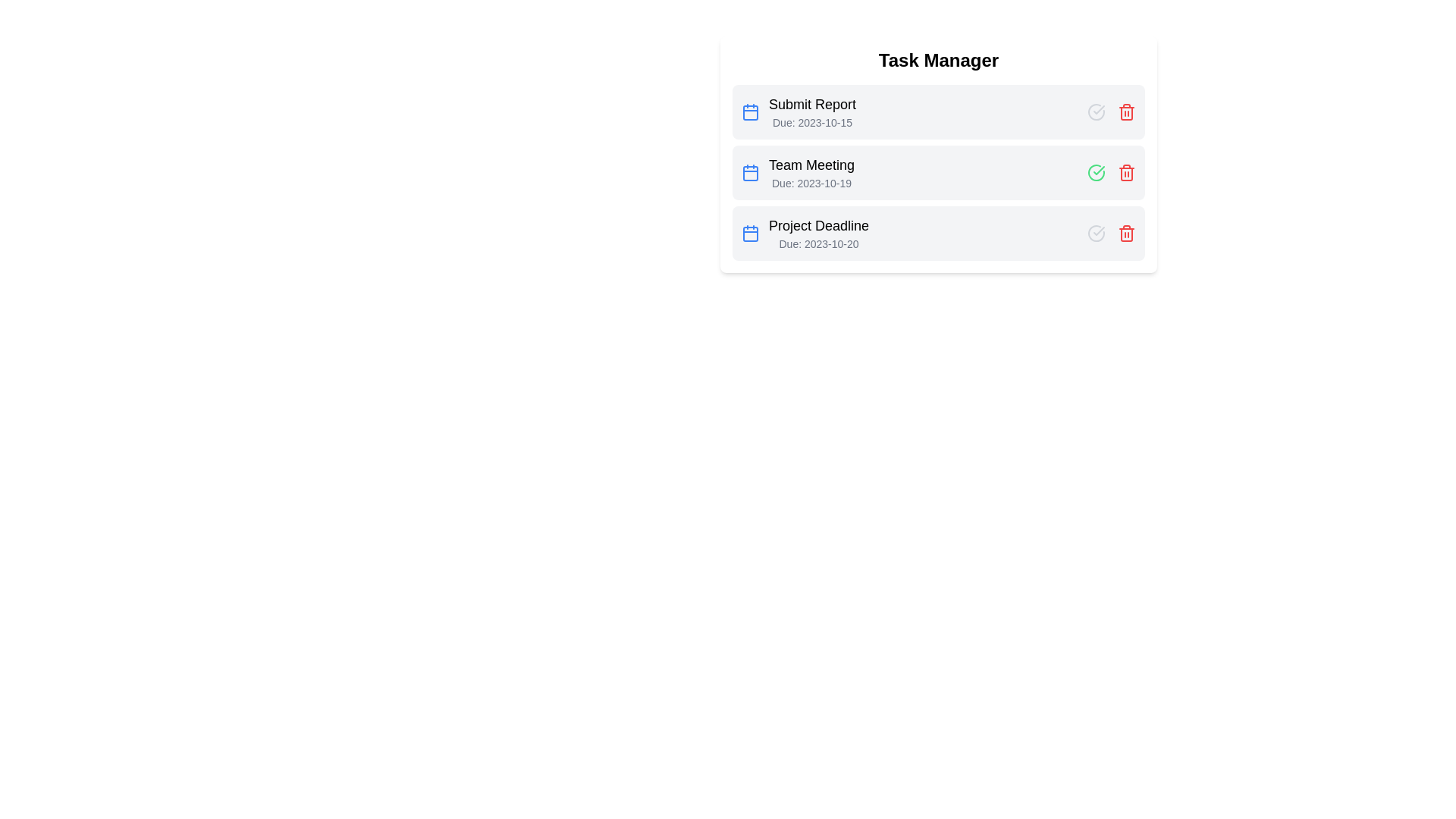 The image size is (1456, 819). I want to click on 'Remove task' button for the task titled 'Project Deadline', so click(1127, 234).